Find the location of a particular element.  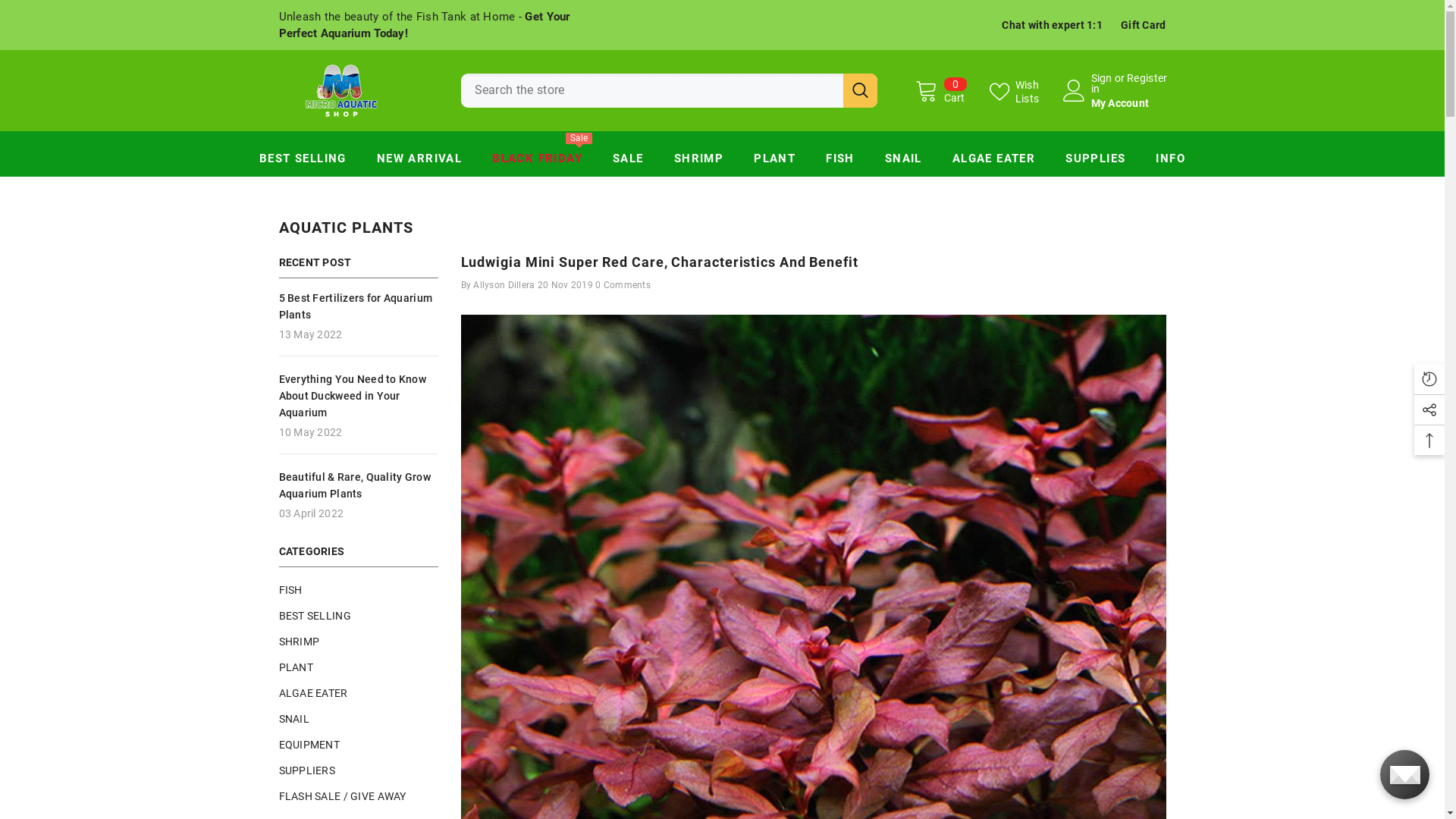

'SUPPLIES' is located at coordinates (1095, 162).